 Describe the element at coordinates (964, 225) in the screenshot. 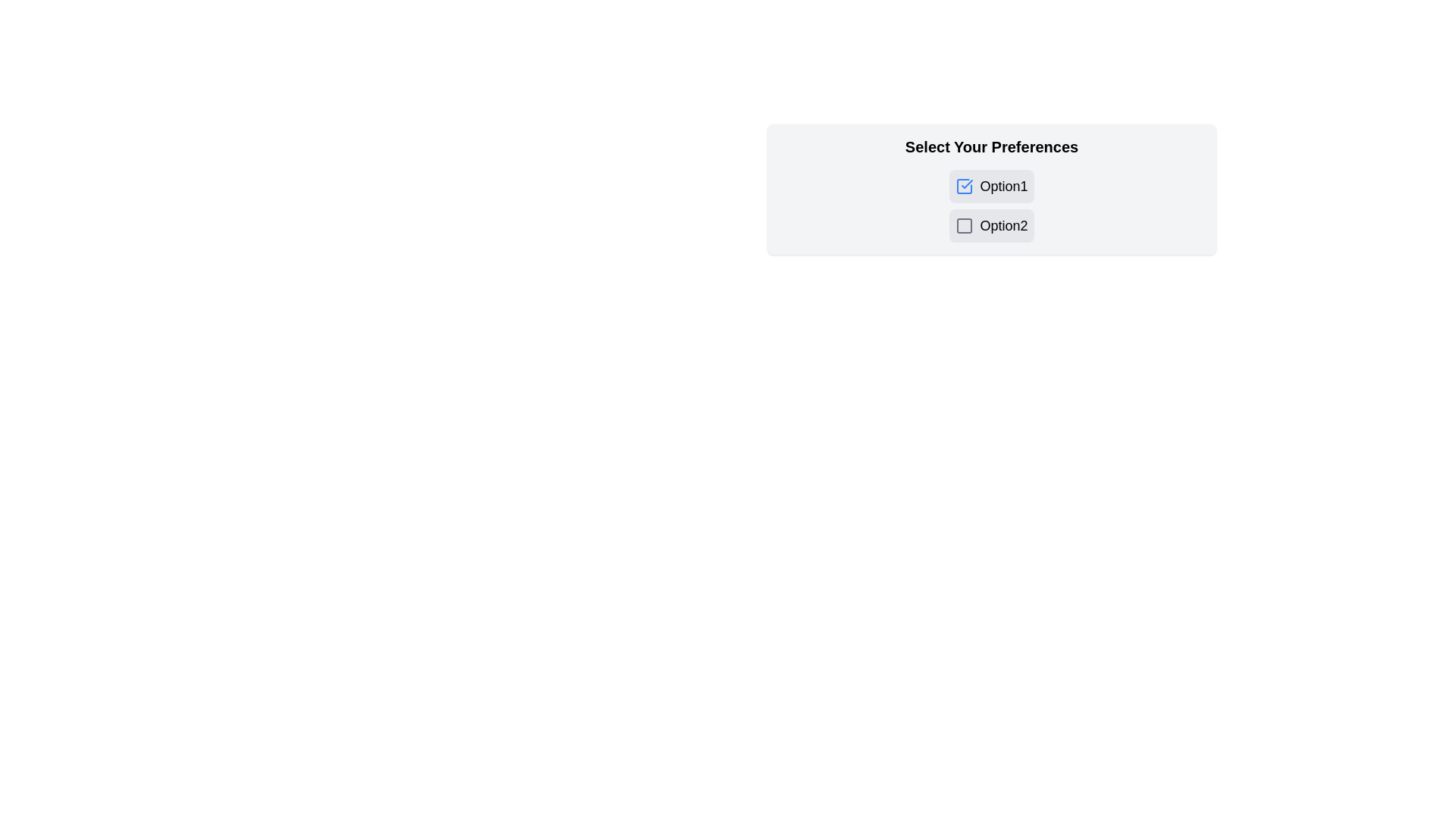

I see `the non-interactive checkbox located to the left of the text label in the 'Option 2' component, which is the second checkbox in a vertical arrangement` at that location.